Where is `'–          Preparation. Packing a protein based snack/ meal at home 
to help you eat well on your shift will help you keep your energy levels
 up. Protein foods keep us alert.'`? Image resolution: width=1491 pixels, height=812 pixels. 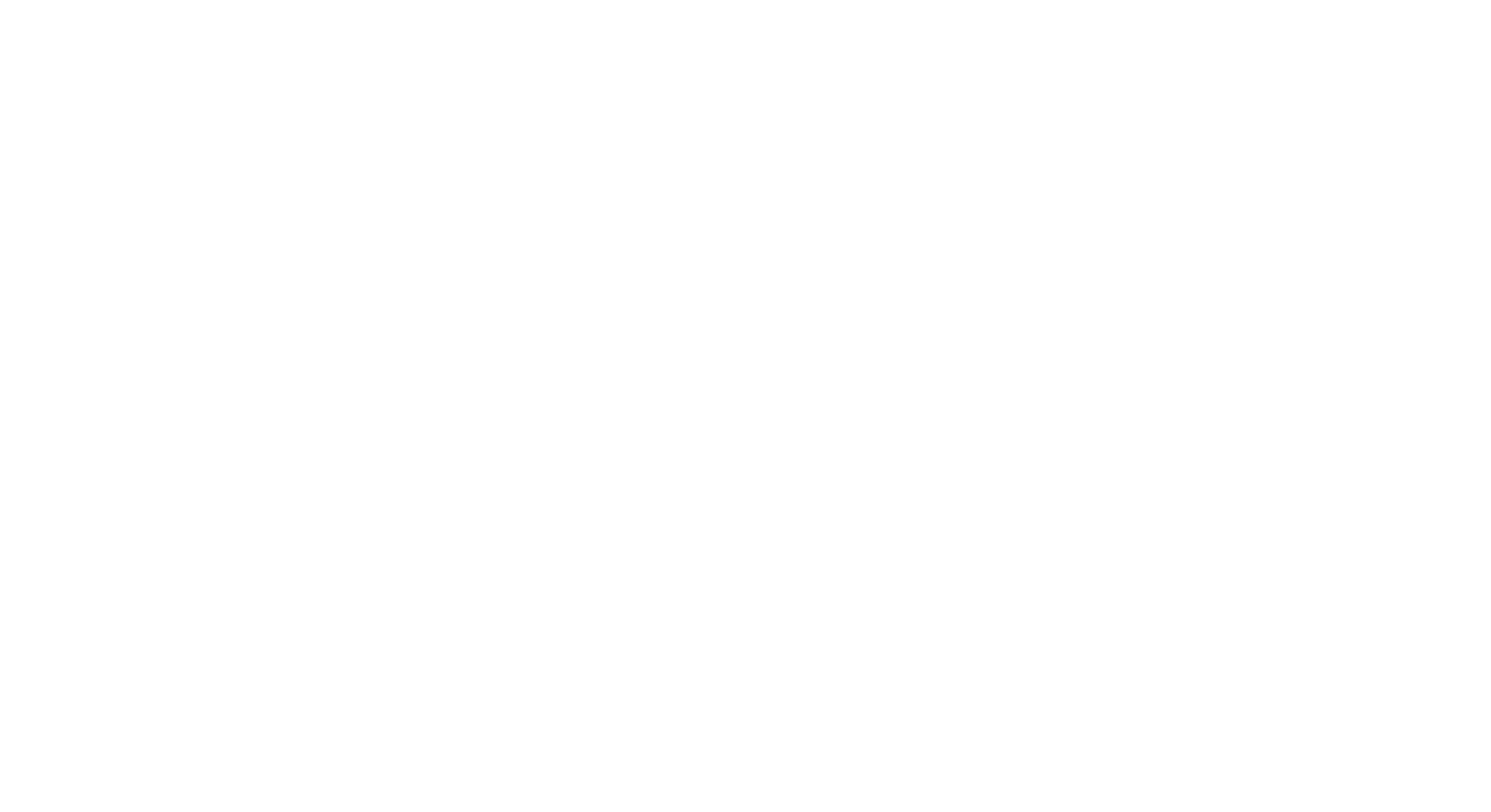 '–          Preparation. Packing a protein based snack/ meal at home 
to help you eat well on your shift will help you keep your energy levels
 up. Protein foods keep us alert.' is located at coordinates (619, 614).